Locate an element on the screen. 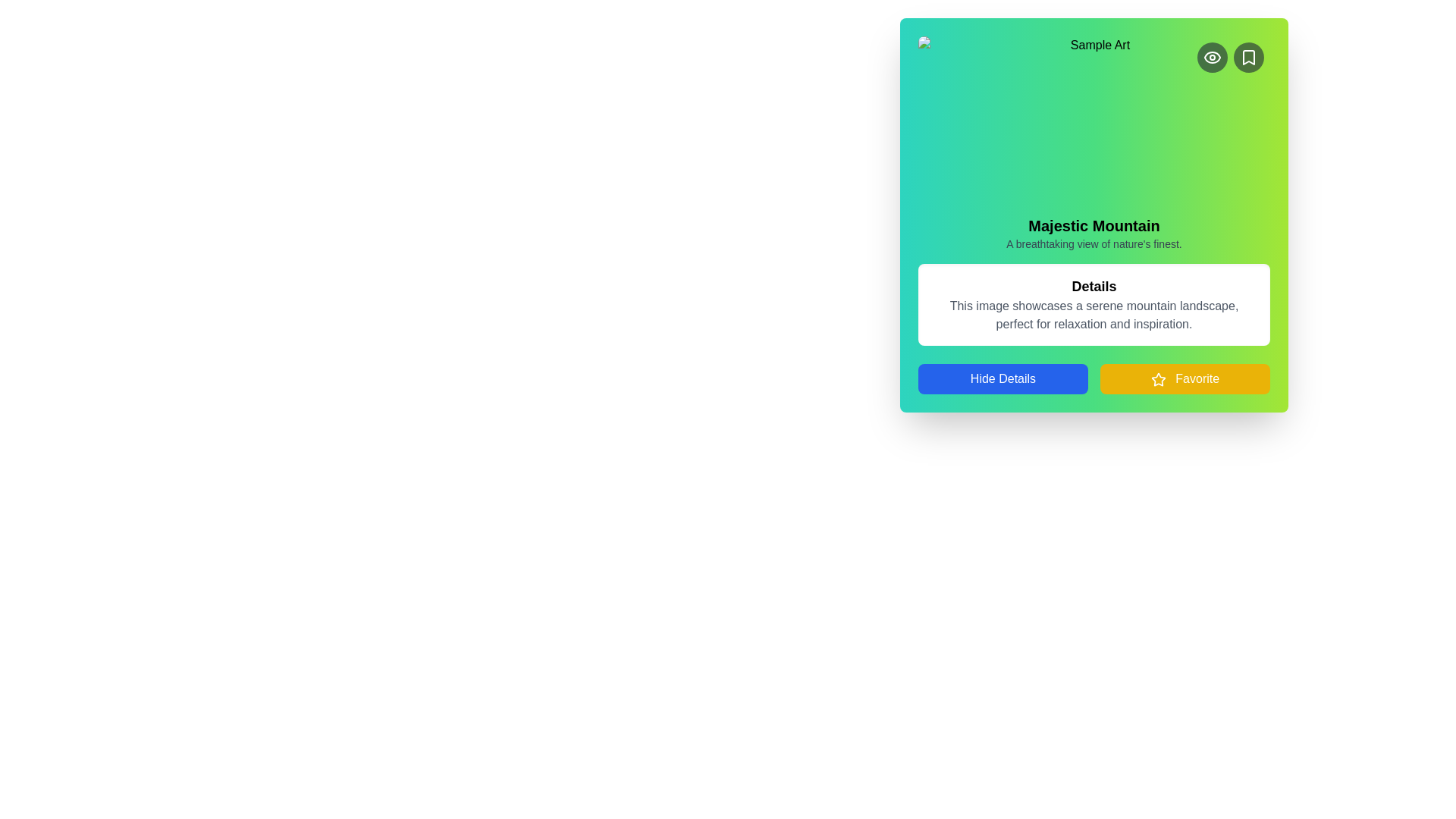  the visibility icon button located at the top-right corner of the card interface, next to the 'Sample Art' title is located at coordinates (1211, 57).